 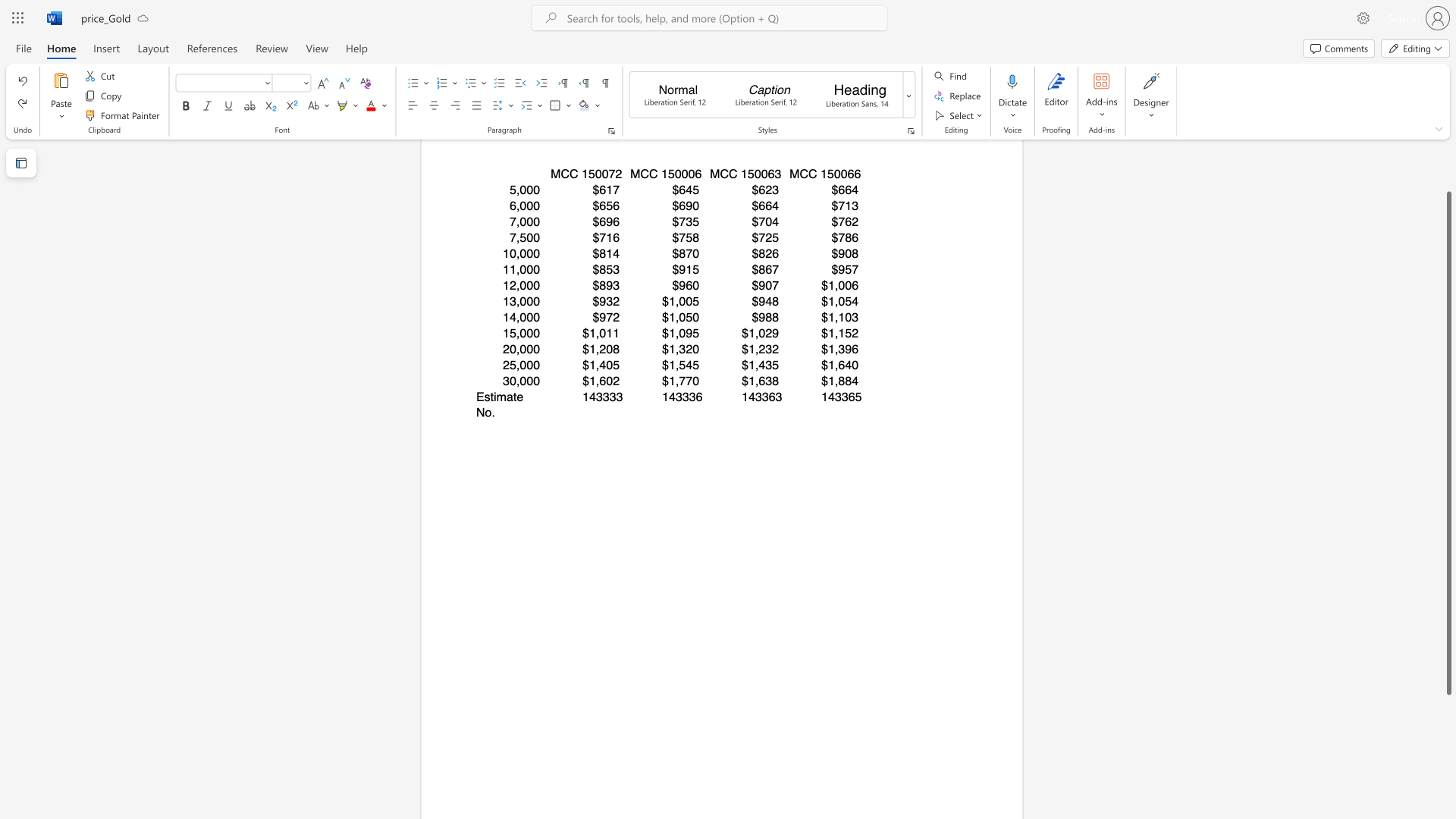 What do you see at coordinates (1448, 443) in the screenshot?
I see `the scrollbar and move up 80 pixels` at bounding box center [1448, 443].